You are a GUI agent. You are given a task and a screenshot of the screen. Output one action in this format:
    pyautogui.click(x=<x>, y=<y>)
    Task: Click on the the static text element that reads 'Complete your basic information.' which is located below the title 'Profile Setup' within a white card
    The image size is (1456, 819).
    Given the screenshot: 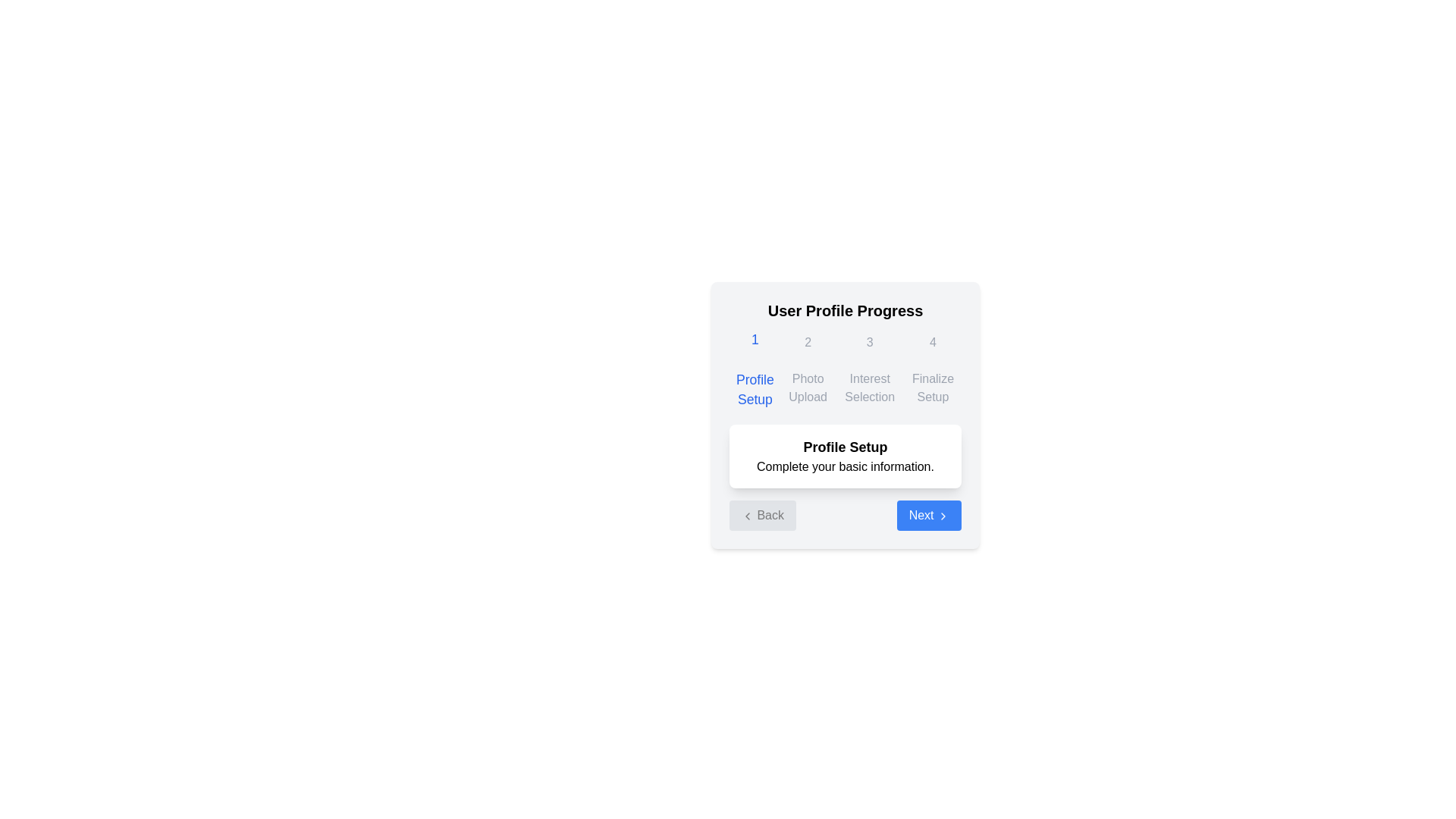 What is the action you would take?
    pyautogui.click(x=844, y=466)
    